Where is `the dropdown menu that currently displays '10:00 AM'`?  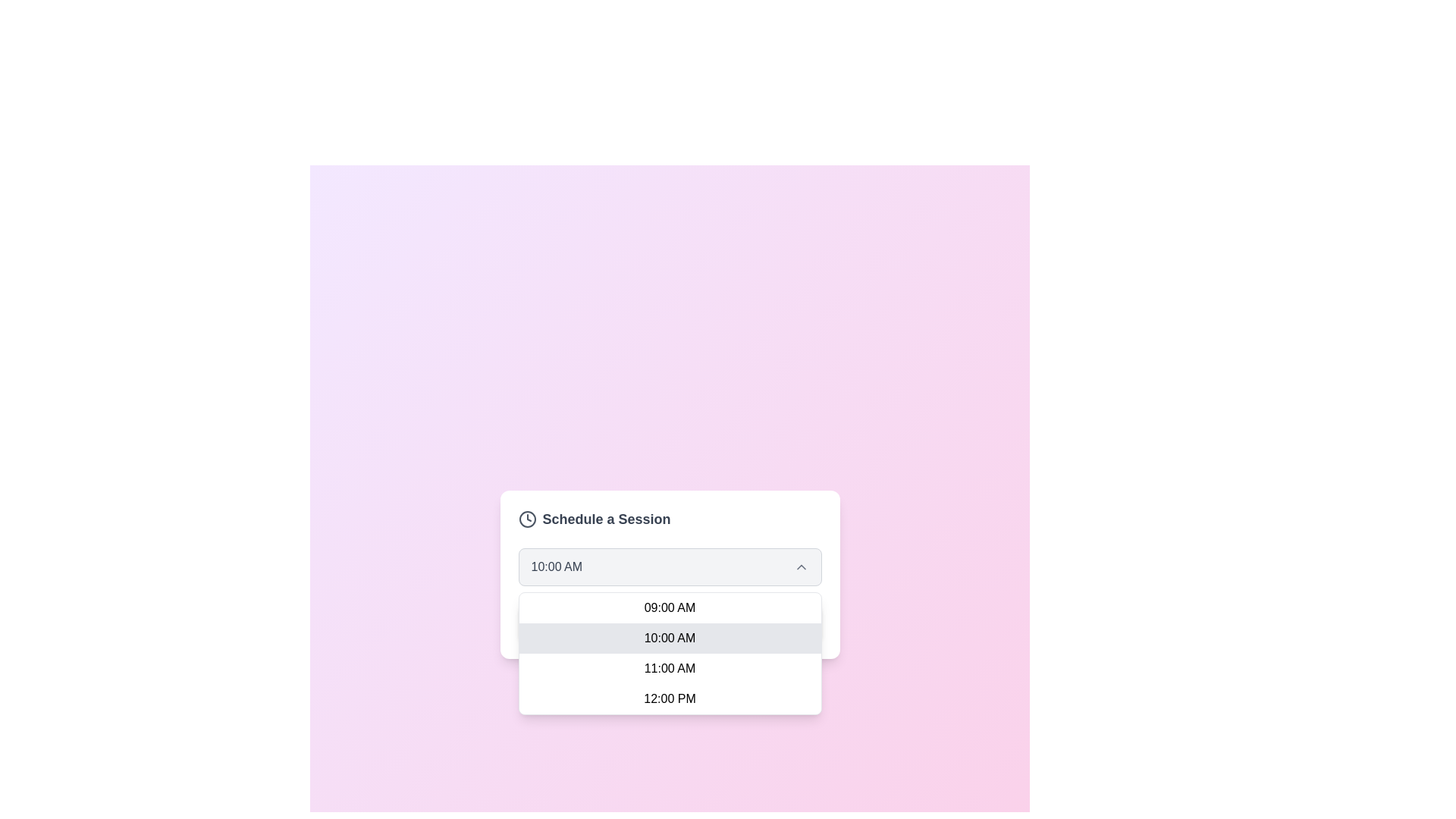 the dropdown menu that currently displays '10:00 AM' is located at coordinates (669, 567).